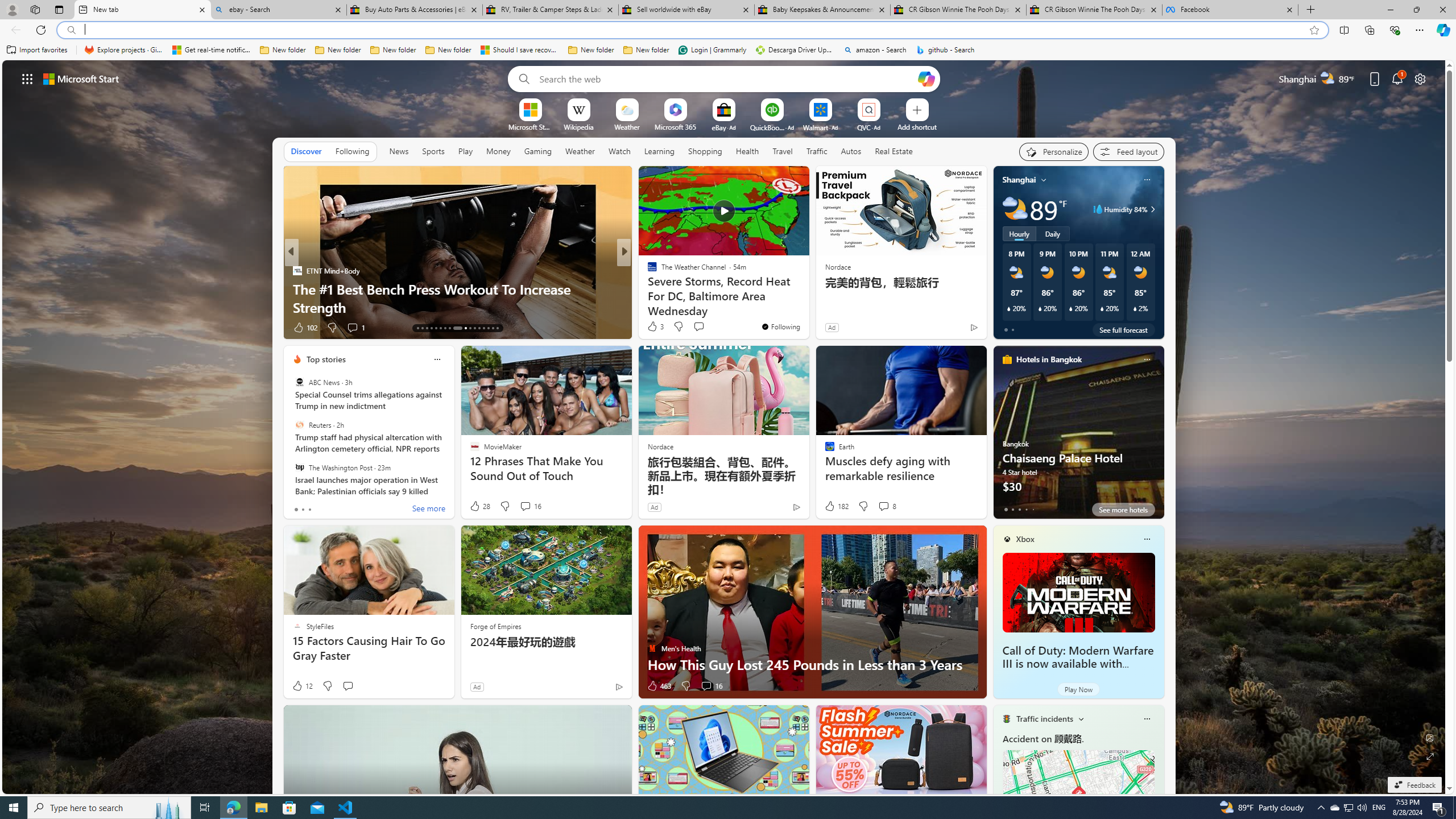 The width and height of the screenshot is (1456, 819). What do you see at coordinates (1128, 152) in the screenshot?
I see `'Feed settings'` at bounding box center [1128, 152].